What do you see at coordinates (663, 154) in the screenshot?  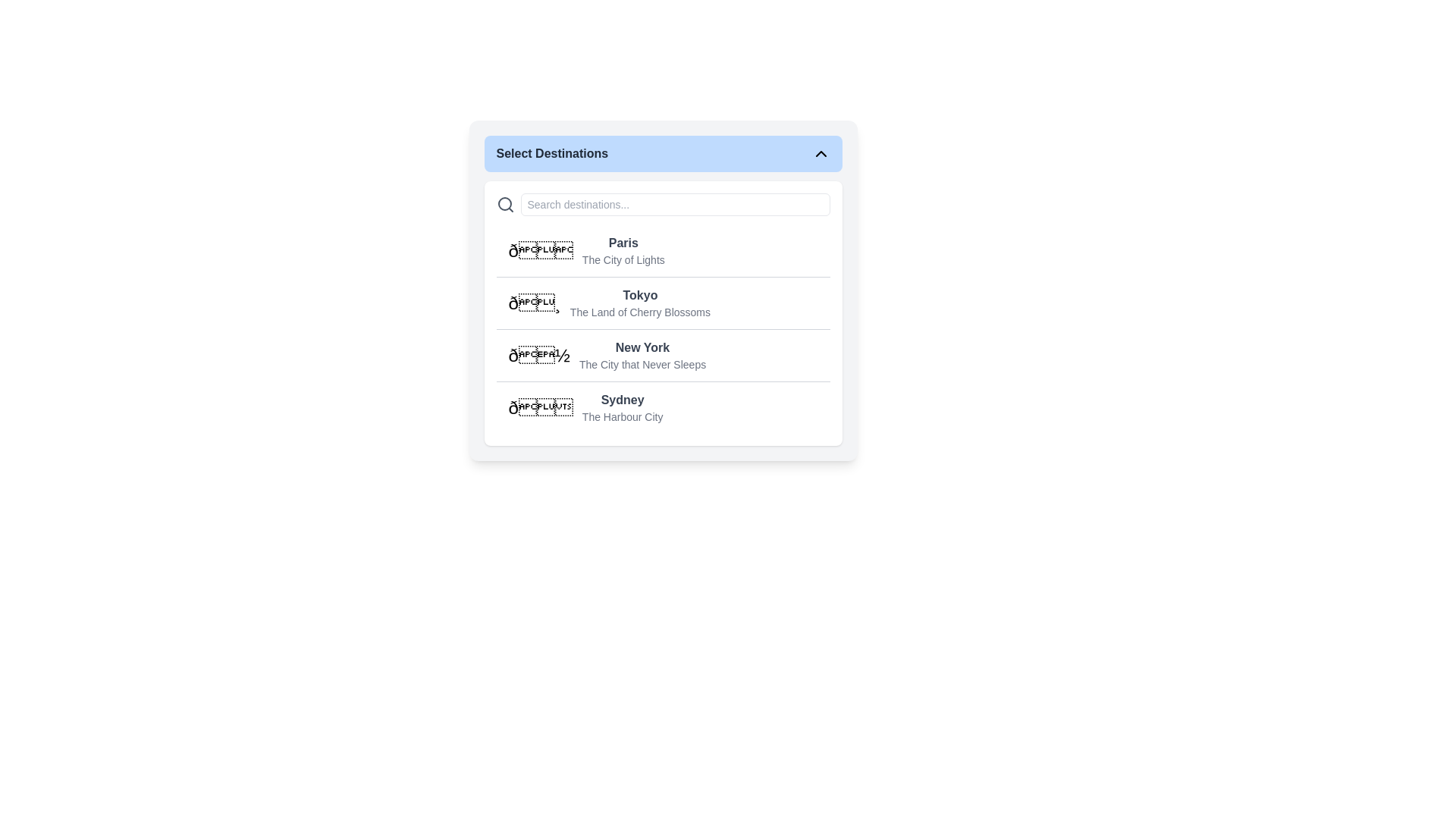 I see `the Dropdown button labeled 'Select Destinations' with a blue background and rounded corners` at bounding box center [663, 154].